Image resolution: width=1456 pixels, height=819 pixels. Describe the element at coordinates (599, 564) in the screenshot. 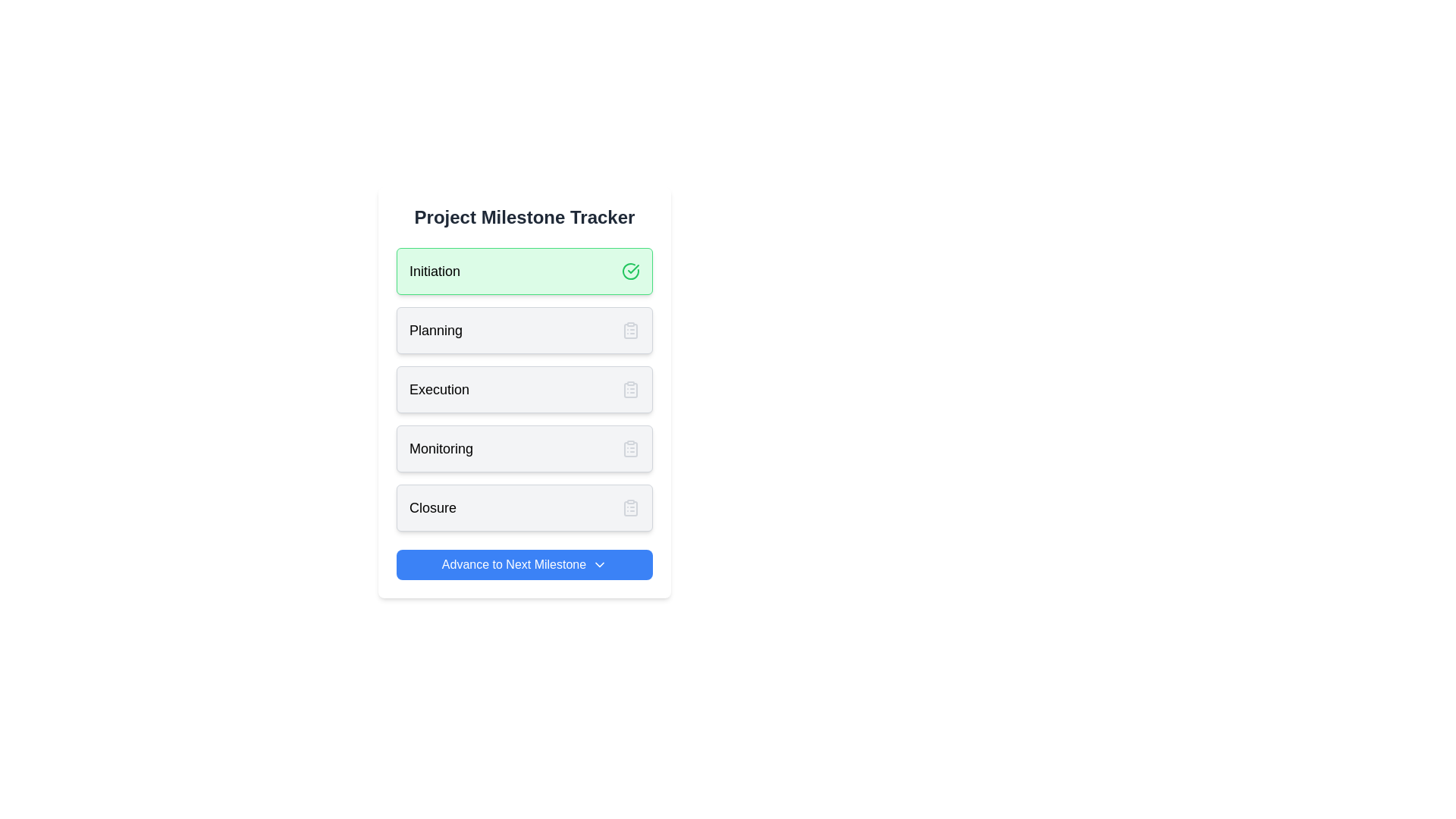

I see `the icon located at the right end of the 'Advance to Next Milestone' button` at that location.